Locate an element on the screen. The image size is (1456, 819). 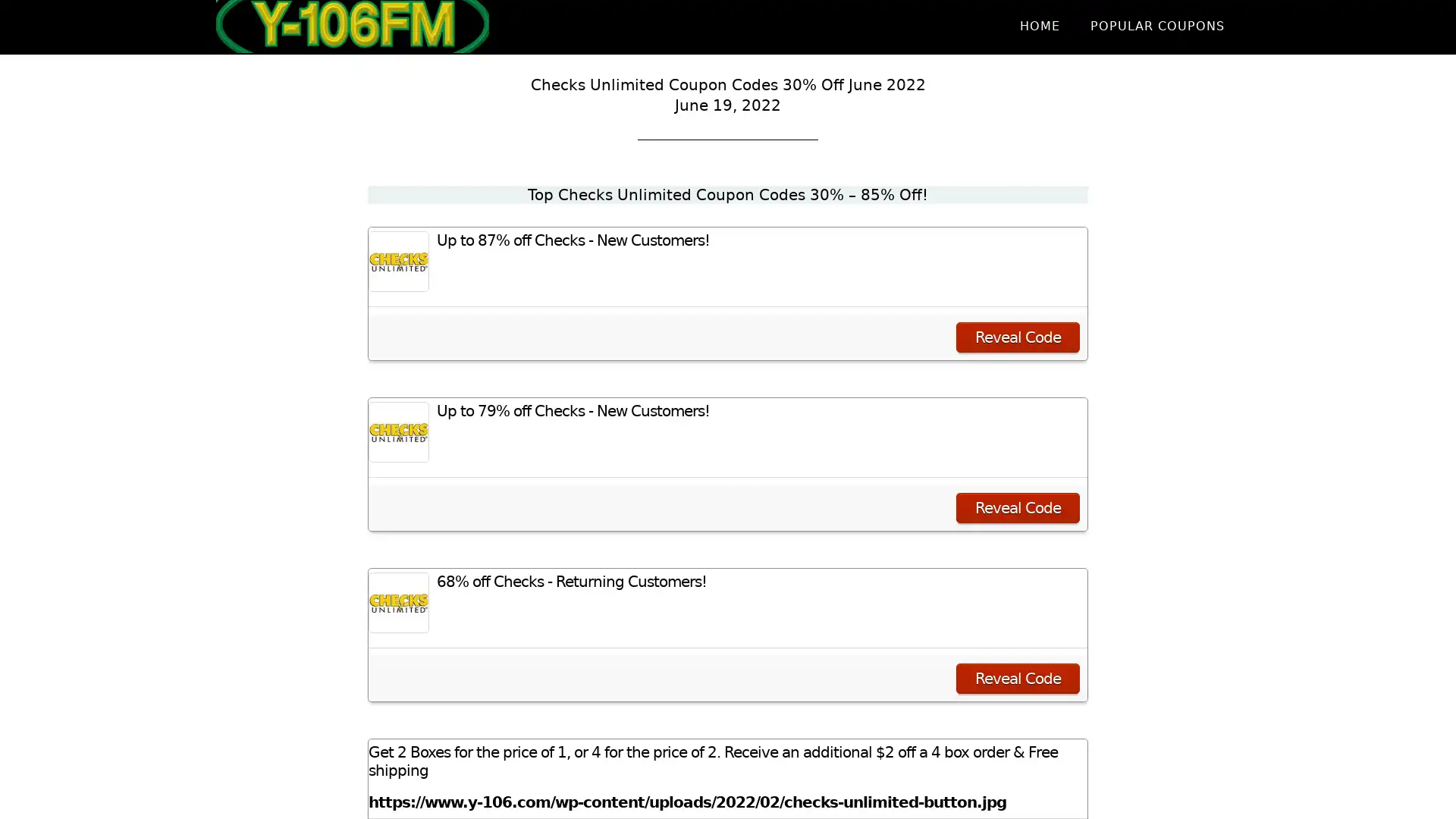
Reveal Code is located at coordinates (1018, 336).